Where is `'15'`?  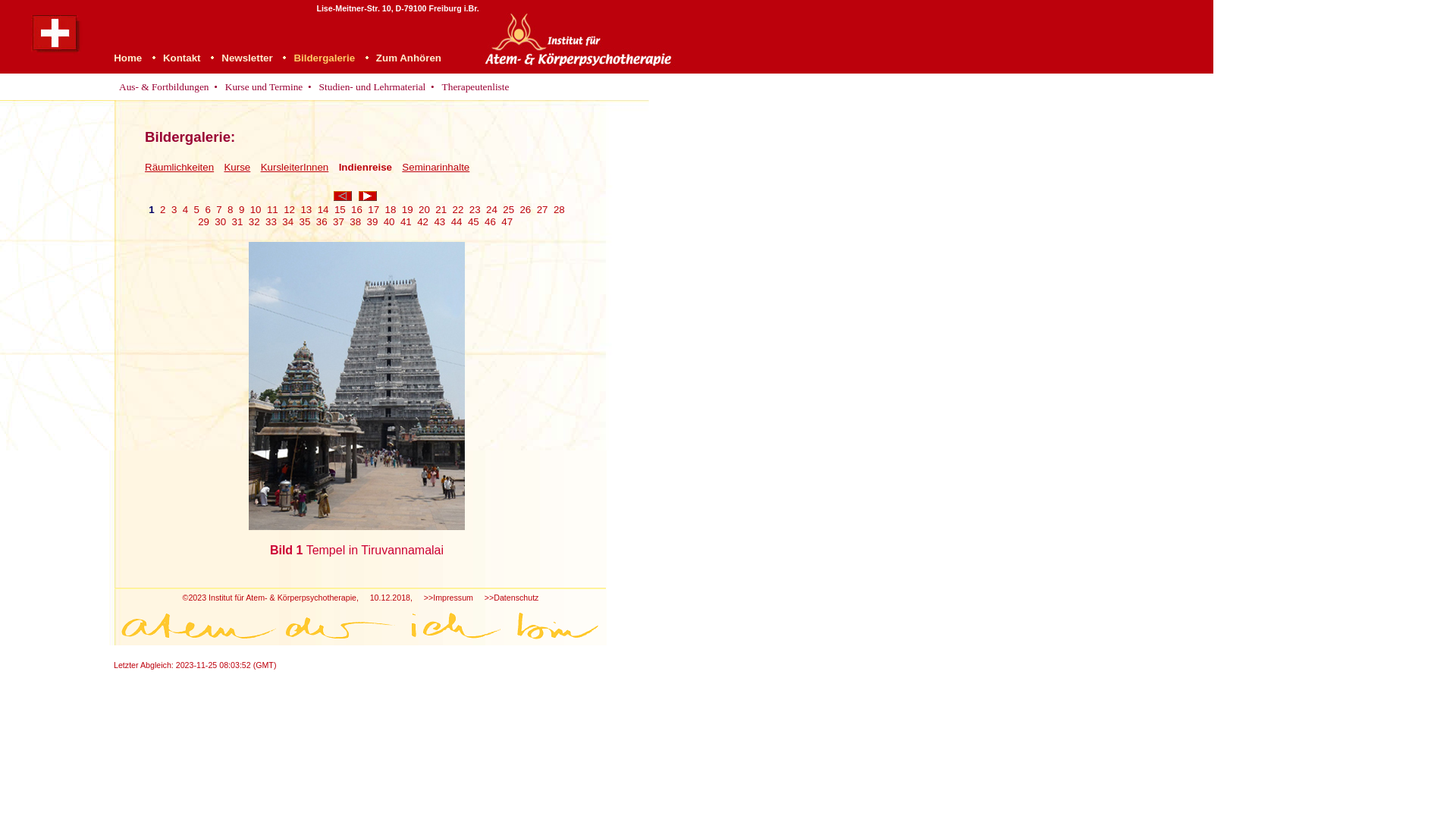 '15' is located at coordinates (339, 209).